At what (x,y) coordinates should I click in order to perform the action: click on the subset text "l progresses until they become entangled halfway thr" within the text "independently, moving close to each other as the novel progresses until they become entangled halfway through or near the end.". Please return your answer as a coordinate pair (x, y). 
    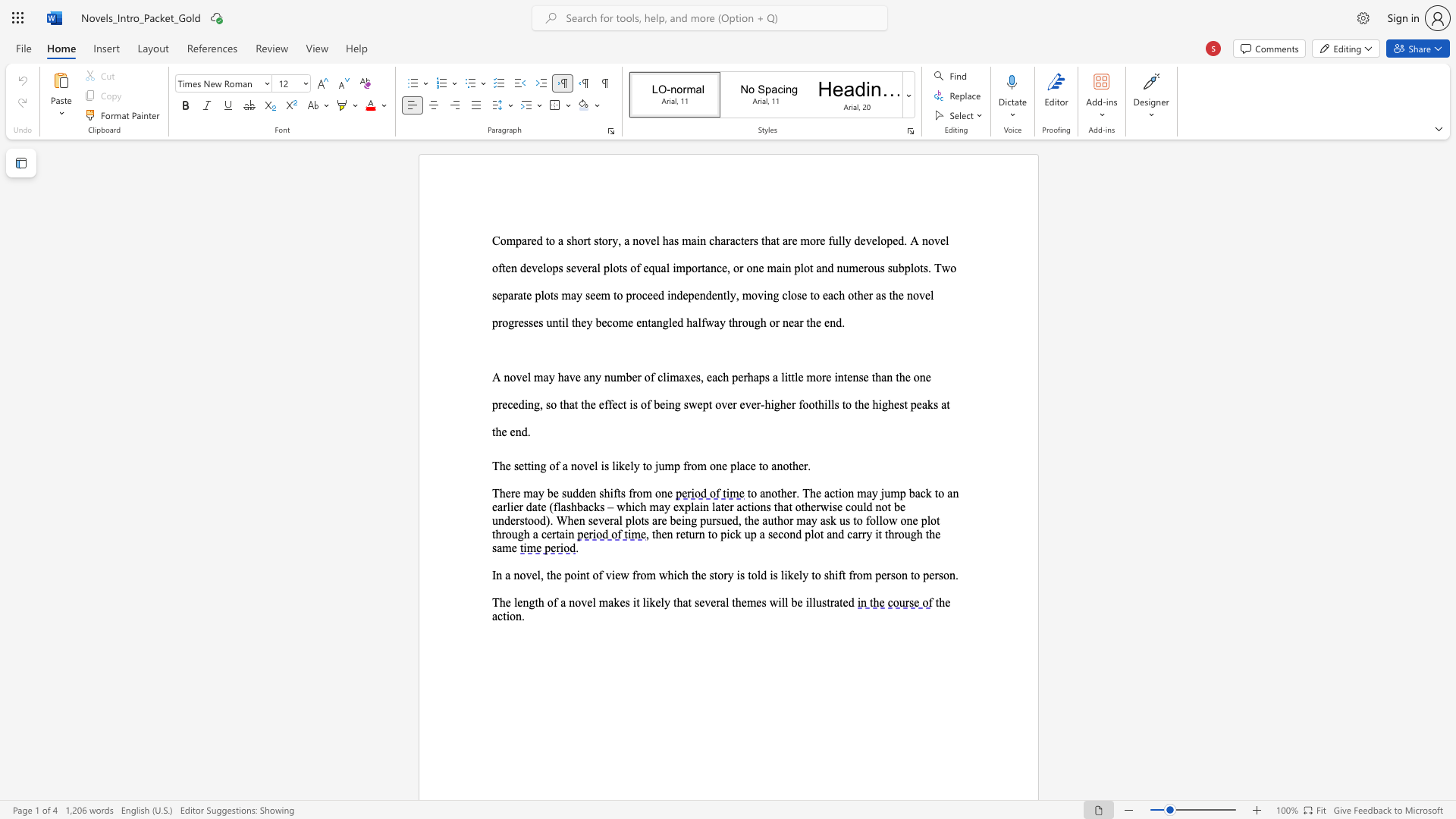
    Looking at the image, I should click on (930, 295).